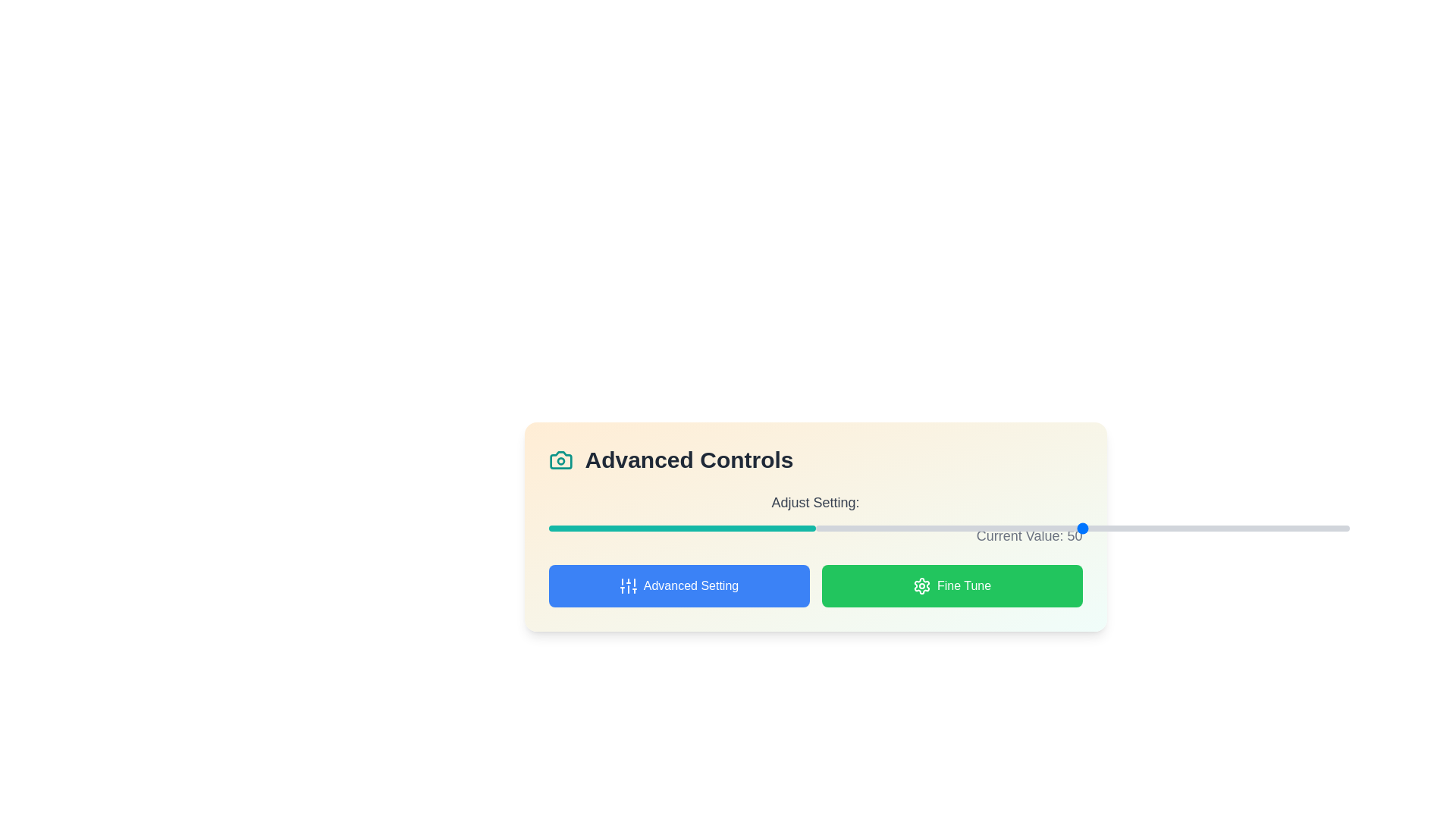  I want to click on the slider, so click(778, 525).